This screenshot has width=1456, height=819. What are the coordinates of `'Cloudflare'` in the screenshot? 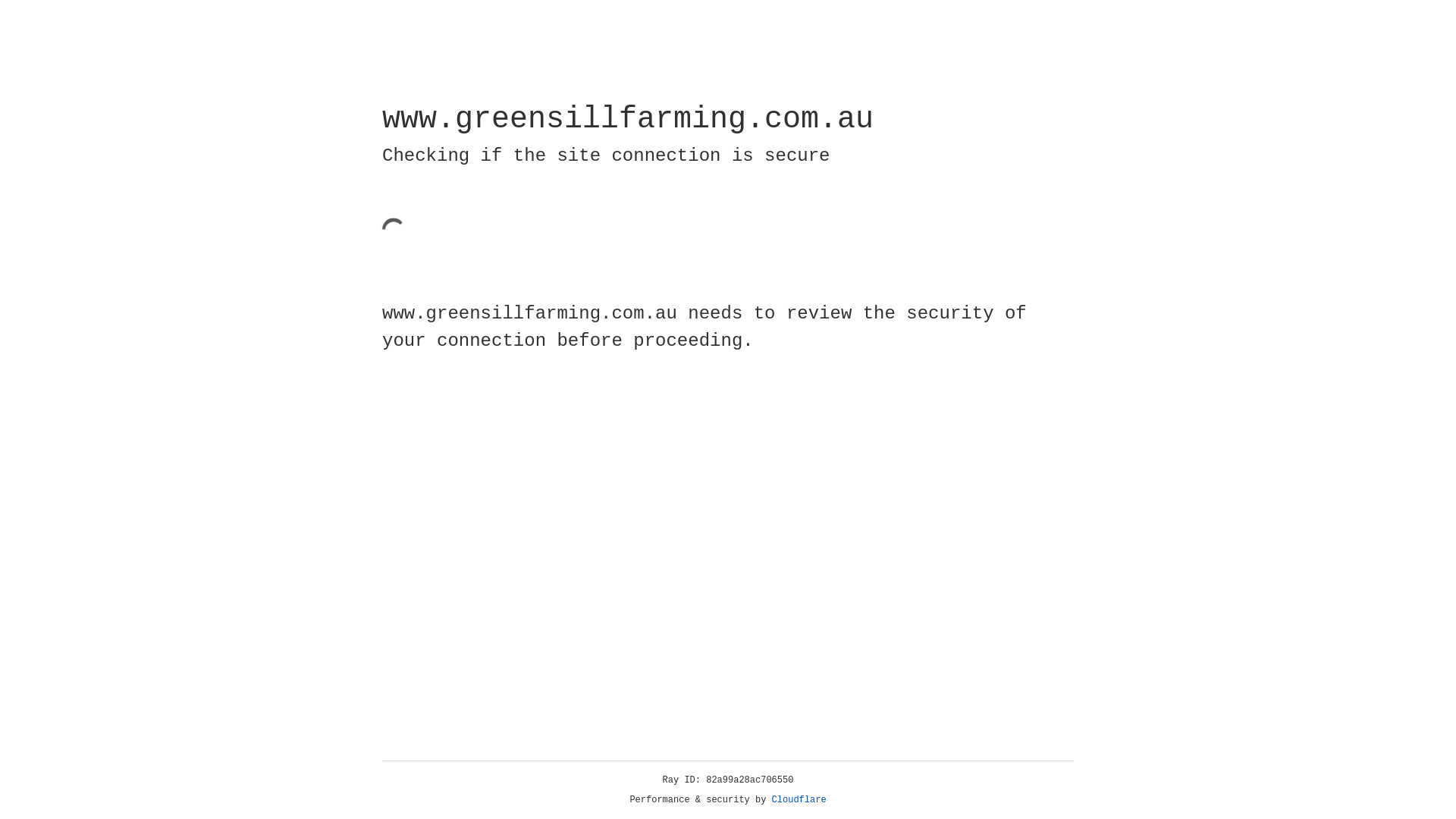 It's located at (799, 799).